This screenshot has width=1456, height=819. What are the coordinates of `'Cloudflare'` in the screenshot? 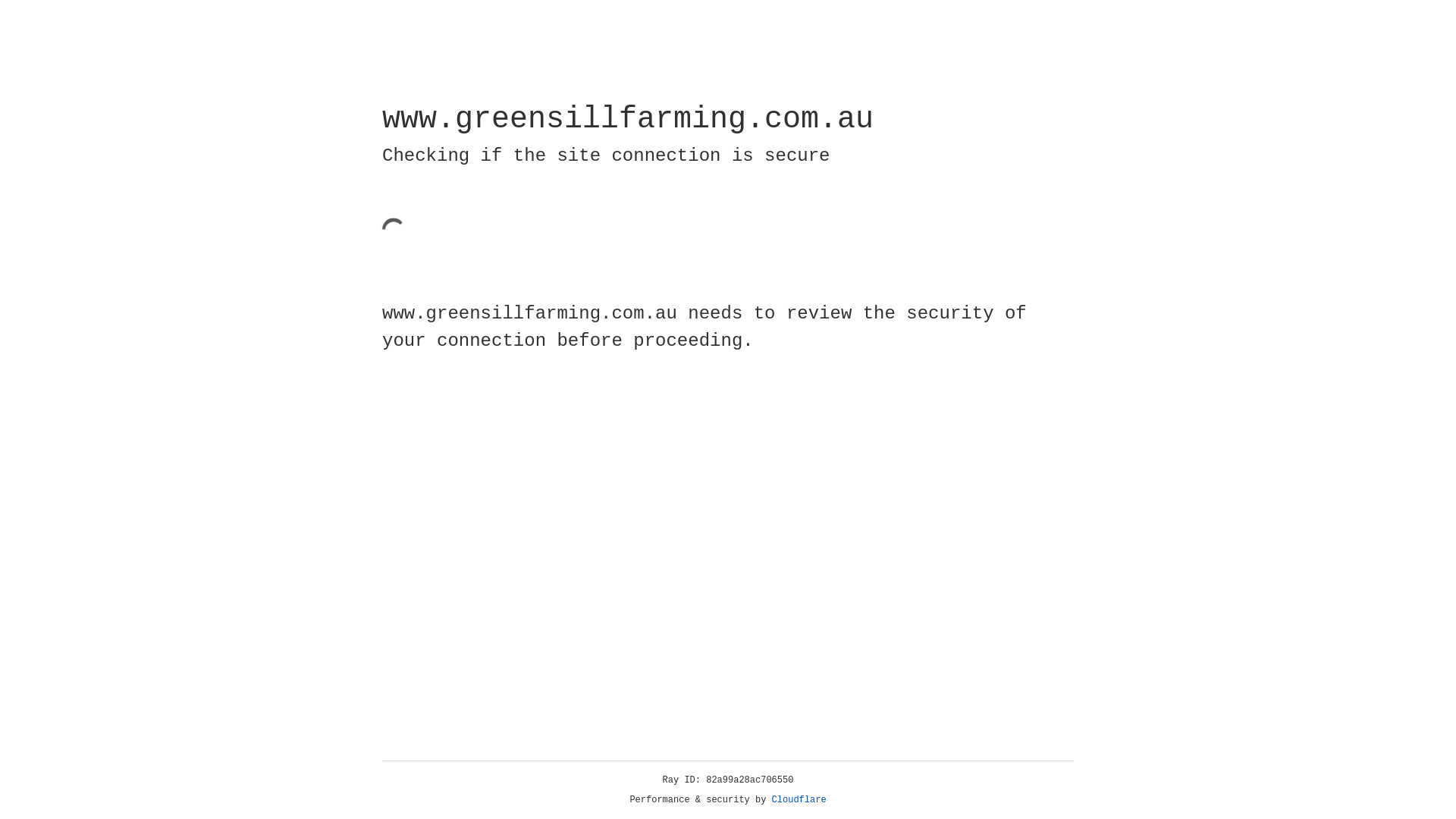 It's located at (799, 799).